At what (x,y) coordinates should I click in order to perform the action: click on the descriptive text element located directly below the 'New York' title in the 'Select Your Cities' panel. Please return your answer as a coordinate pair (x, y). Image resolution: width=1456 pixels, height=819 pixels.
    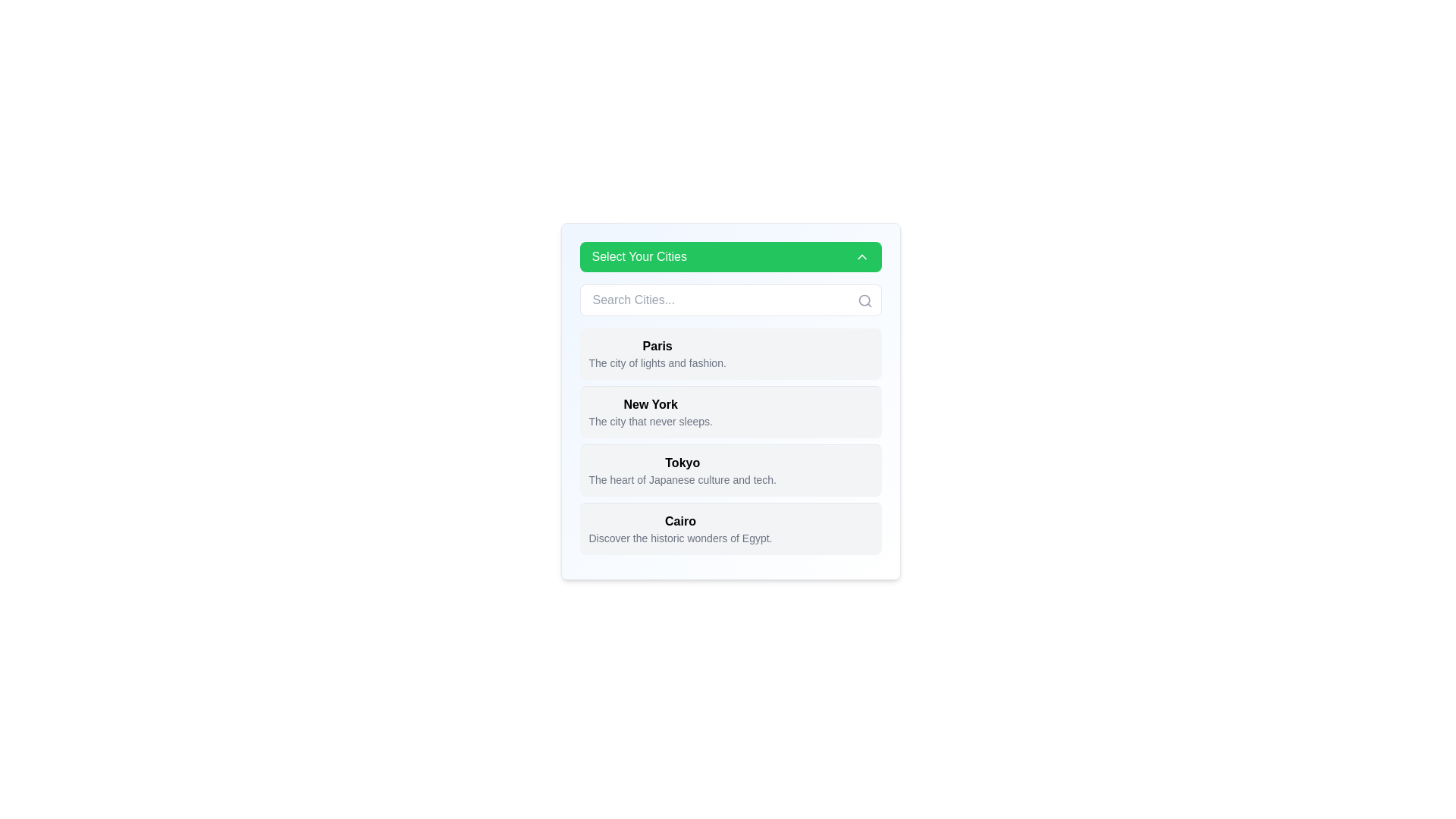
    Looking at the image, I should click on (651, 421).